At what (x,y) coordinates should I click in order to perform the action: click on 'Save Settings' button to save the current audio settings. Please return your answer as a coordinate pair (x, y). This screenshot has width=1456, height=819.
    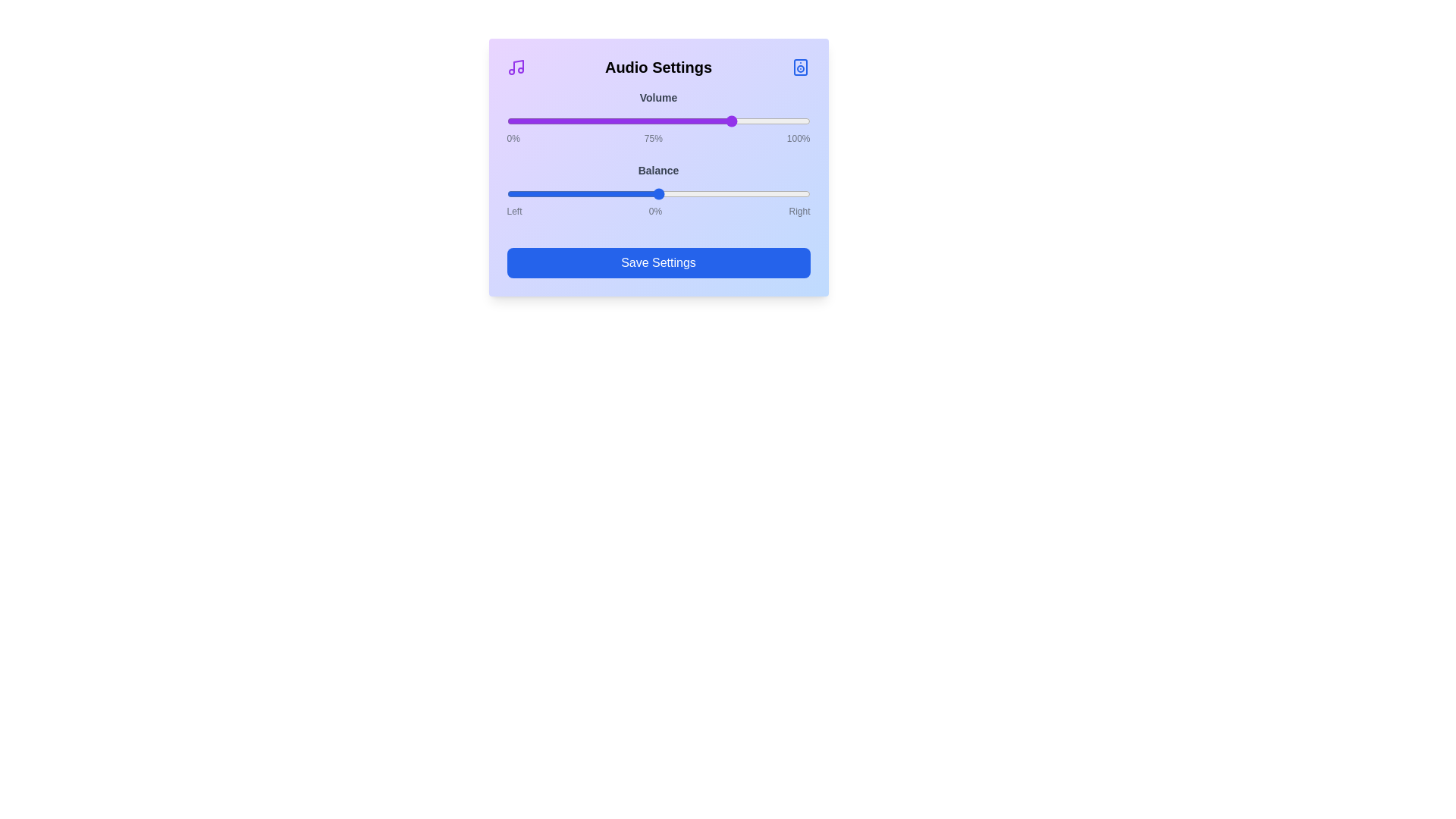
    Looking at the image, I should click on (658, 262).